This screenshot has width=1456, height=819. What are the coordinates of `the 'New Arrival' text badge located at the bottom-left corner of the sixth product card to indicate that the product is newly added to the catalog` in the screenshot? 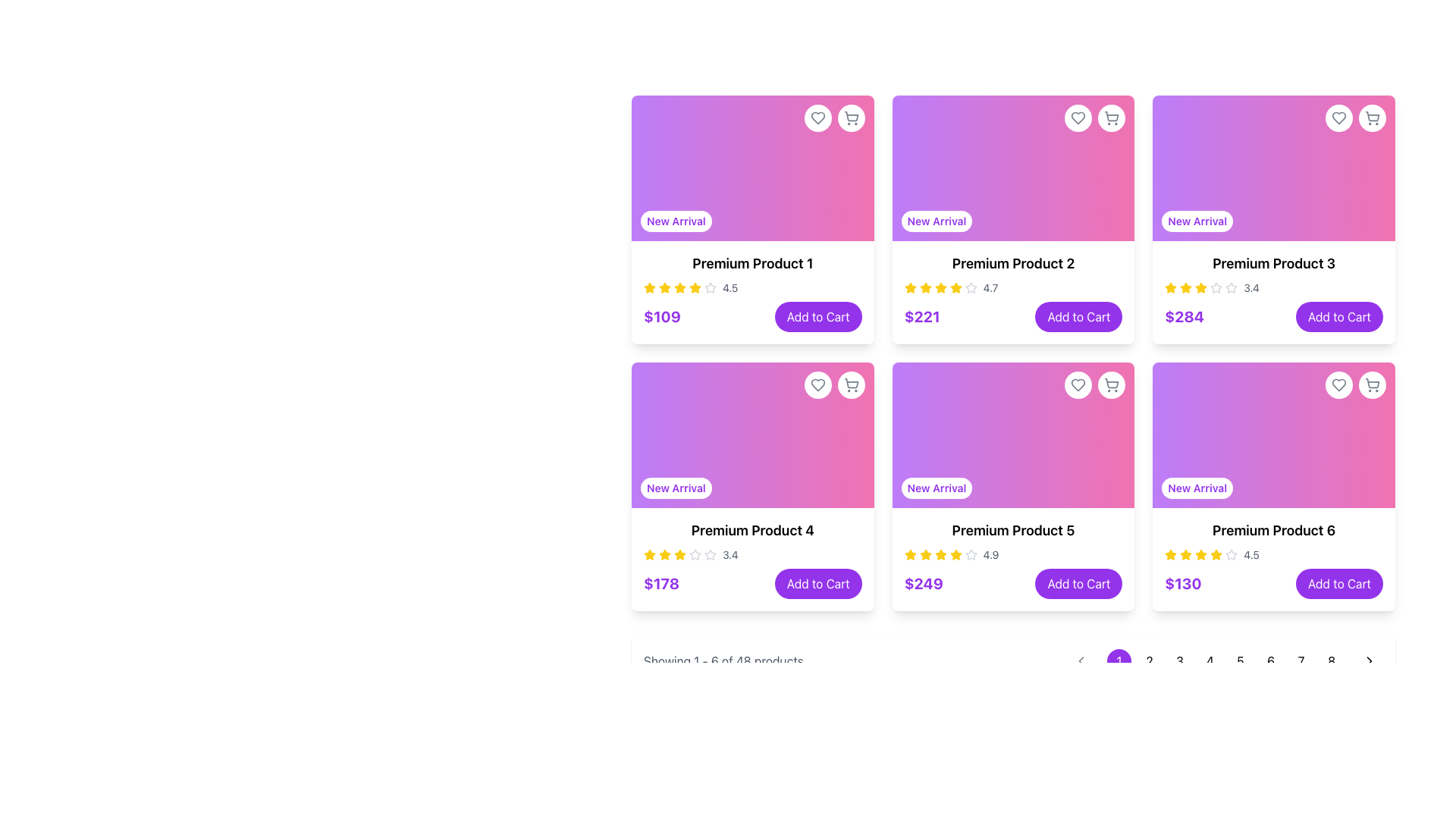 It's located at (1197, 488).